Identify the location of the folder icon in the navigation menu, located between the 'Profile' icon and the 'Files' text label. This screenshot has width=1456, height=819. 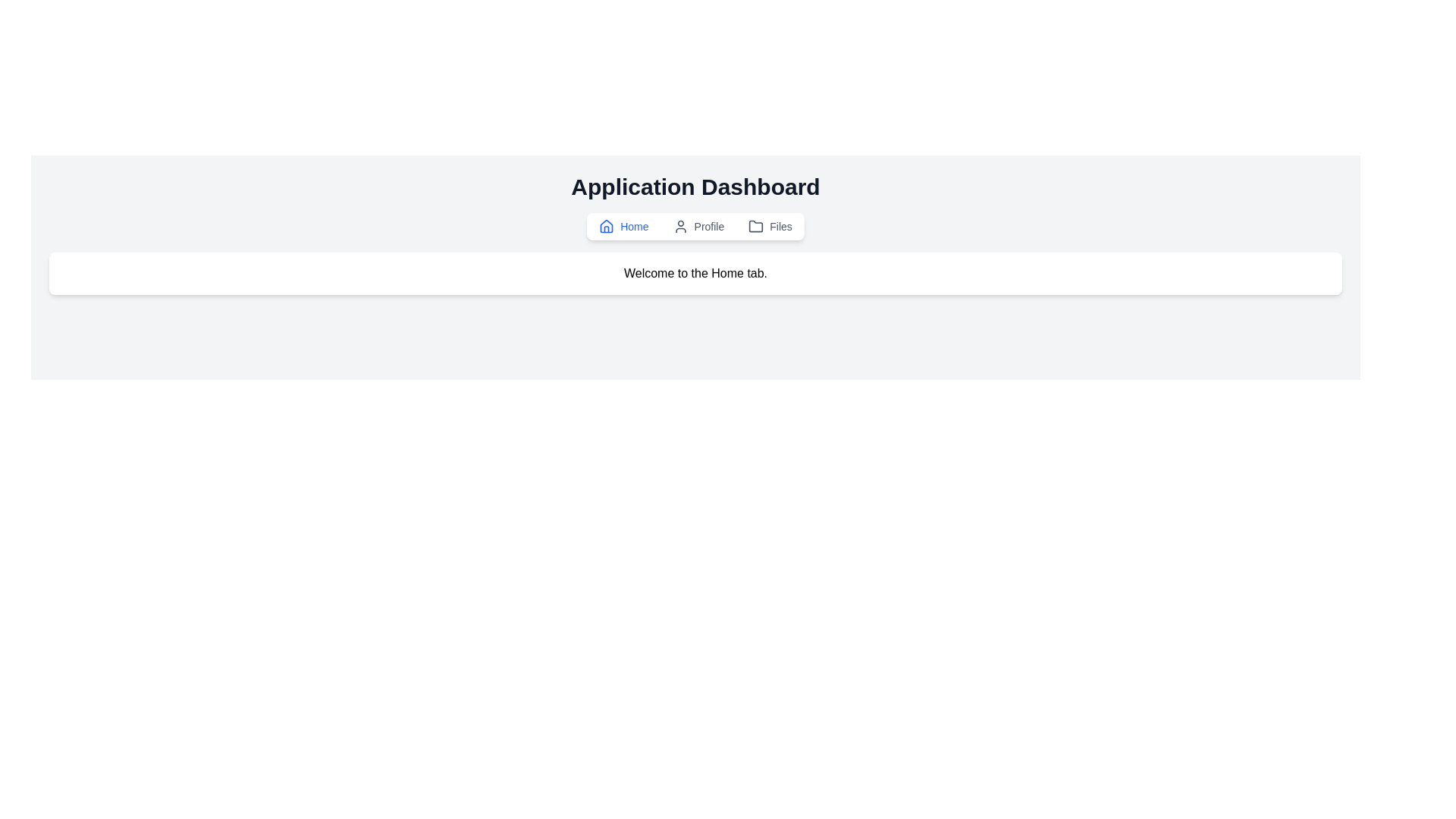
(756, 226).